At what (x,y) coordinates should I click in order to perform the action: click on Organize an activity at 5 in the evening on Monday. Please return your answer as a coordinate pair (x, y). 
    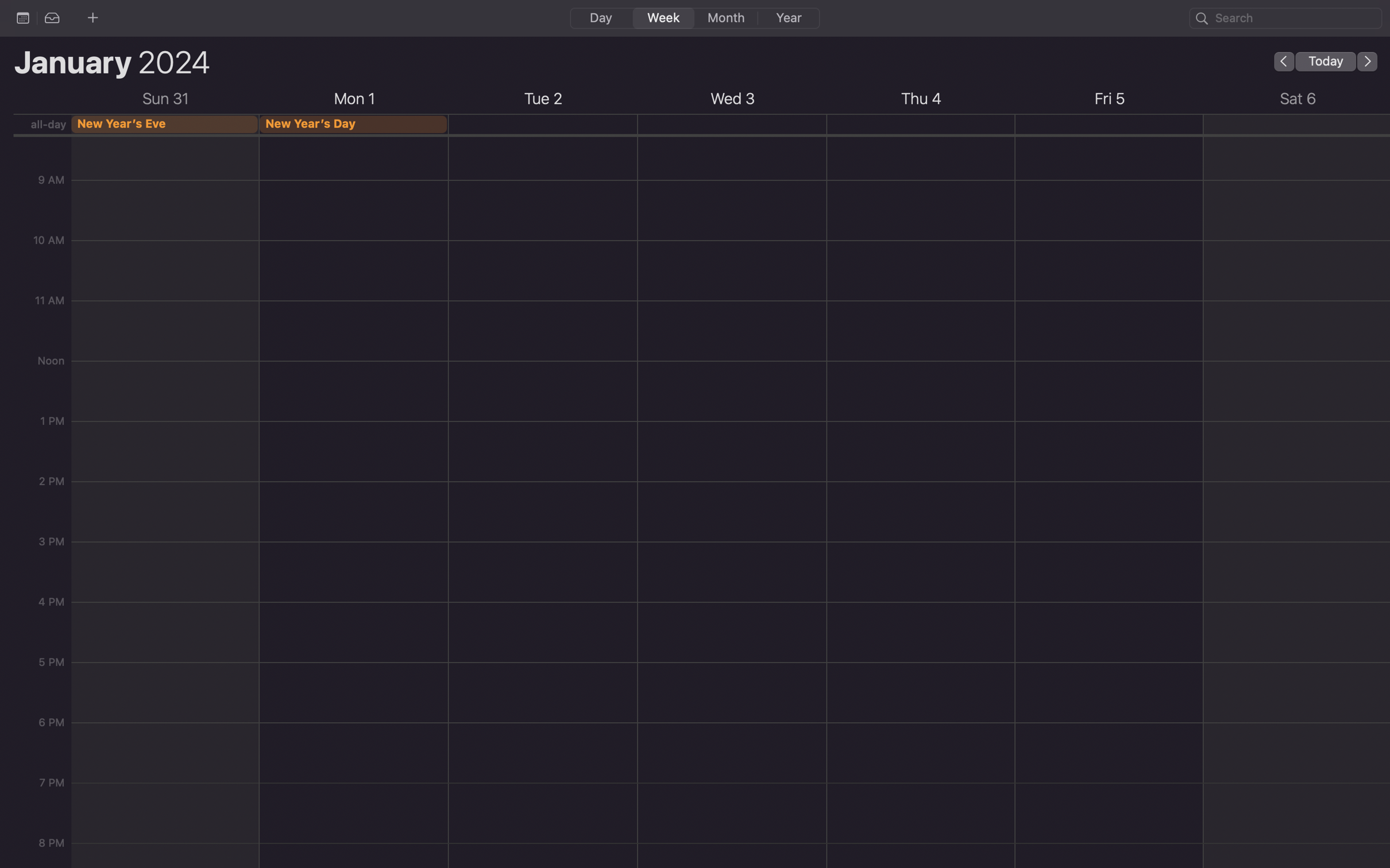
    Looking at the image, I should click on (354, 557).